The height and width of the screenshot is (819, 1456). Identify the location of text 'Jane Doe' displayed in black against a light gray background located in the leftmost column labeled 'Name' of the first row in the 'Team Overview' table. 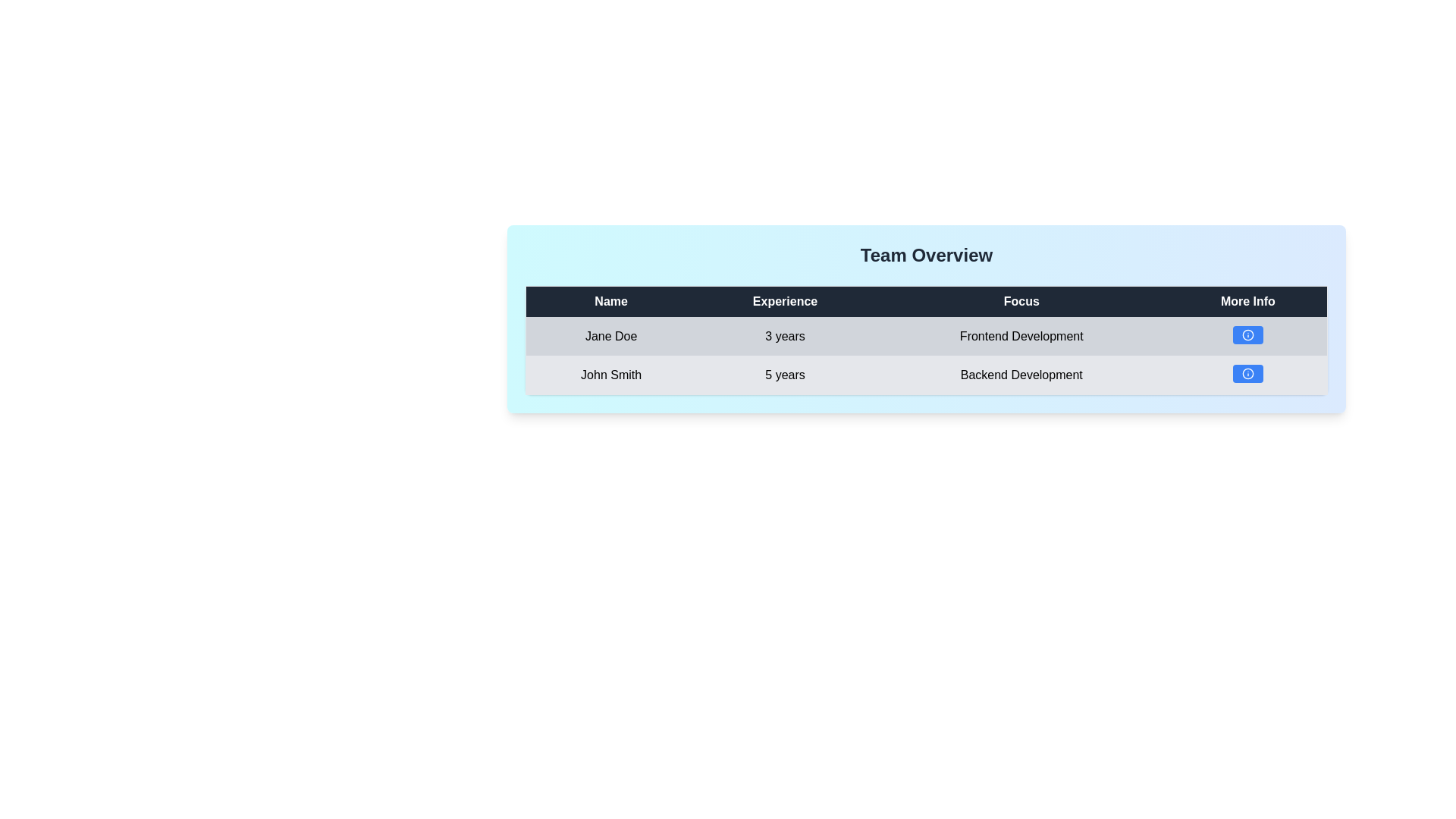
(610, 335).